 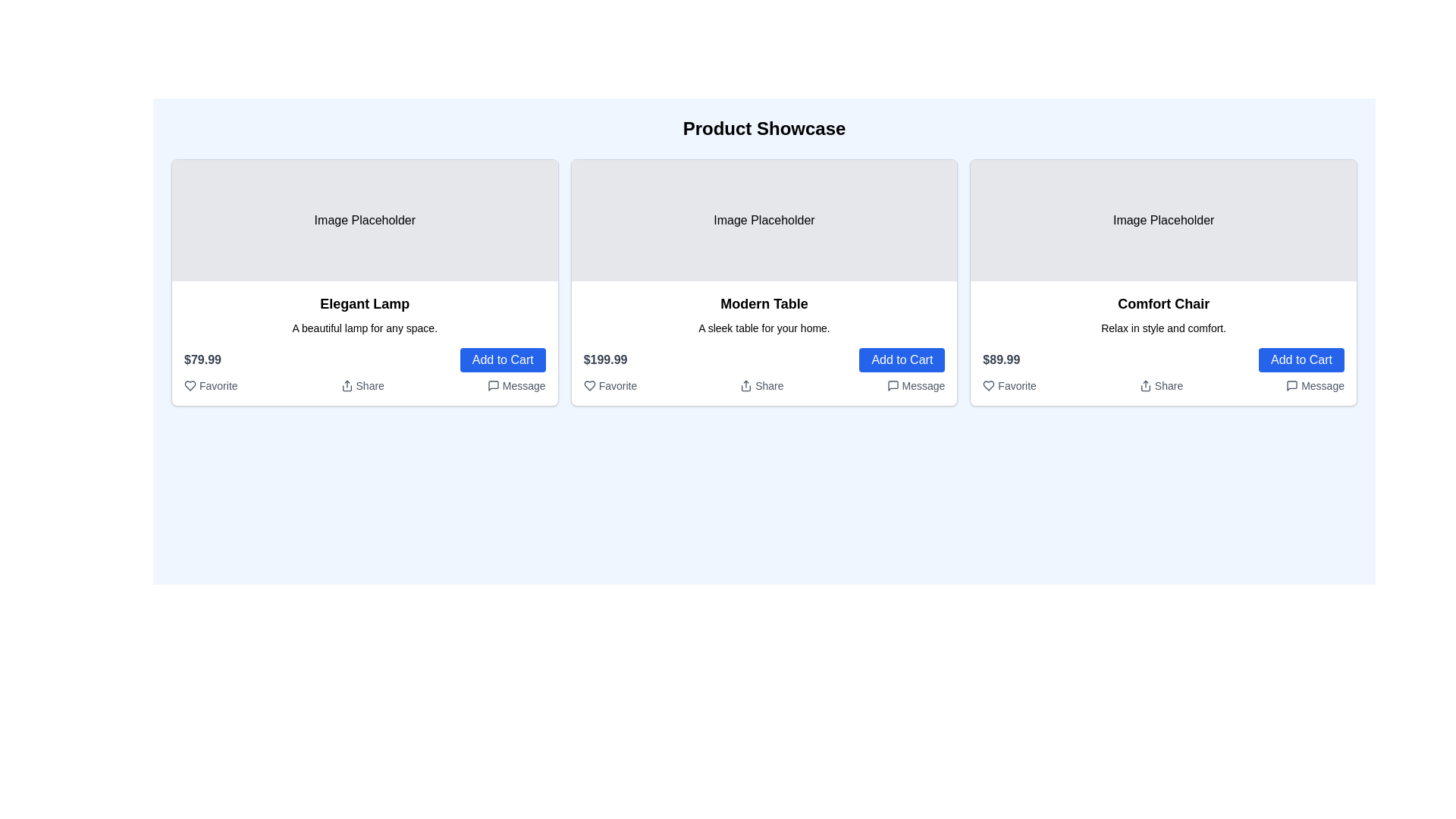 I want to click on the messaging icon located beside the 'Message' label on the second card in the product showcase list to initiate a messaging action, so click(x=893, y=385).